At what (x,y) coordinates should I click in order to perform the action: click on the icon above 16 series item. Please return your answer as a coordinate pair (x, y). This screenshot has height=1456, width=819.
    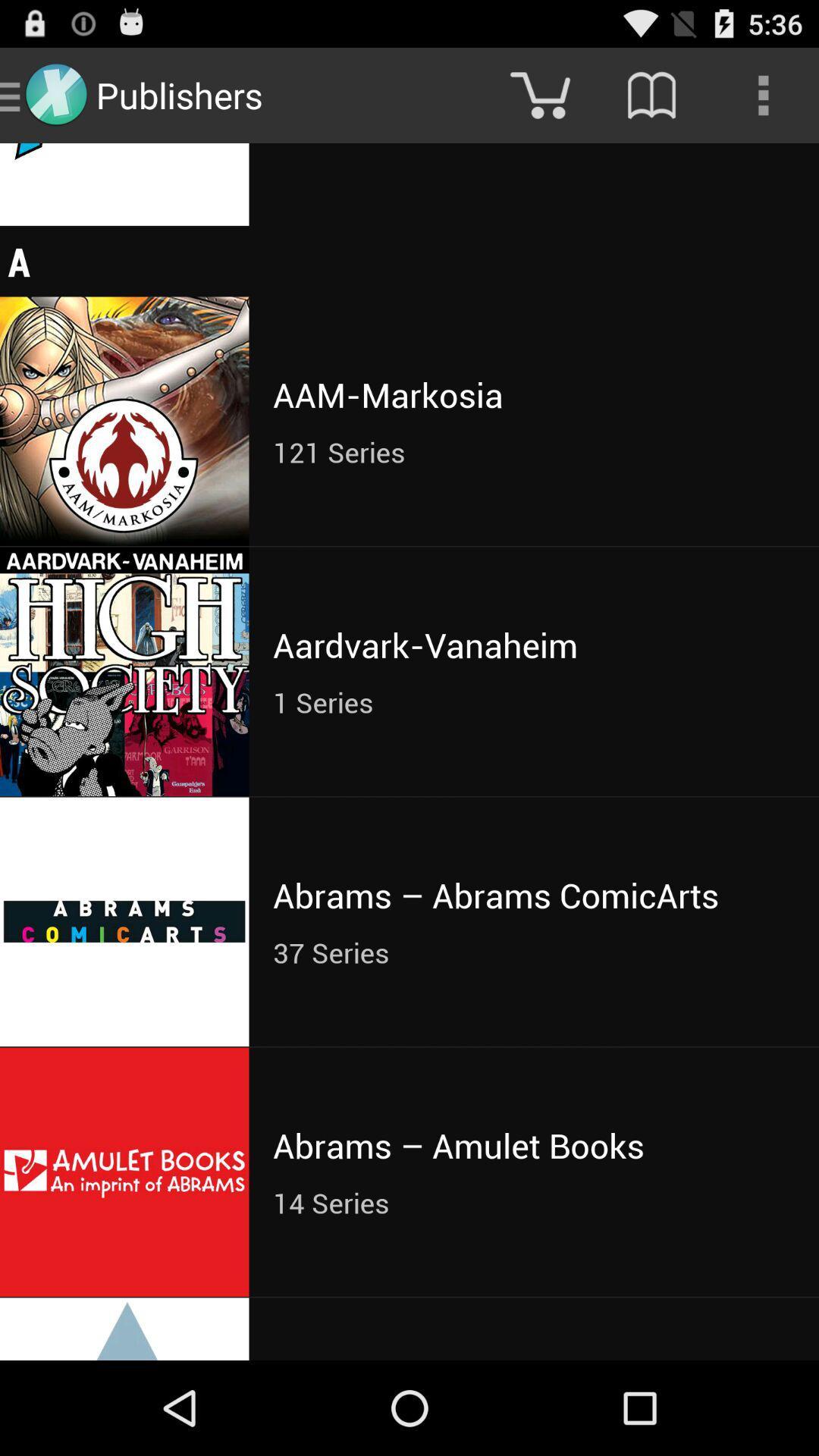
    Looking at the image, I should click on (651, 94).